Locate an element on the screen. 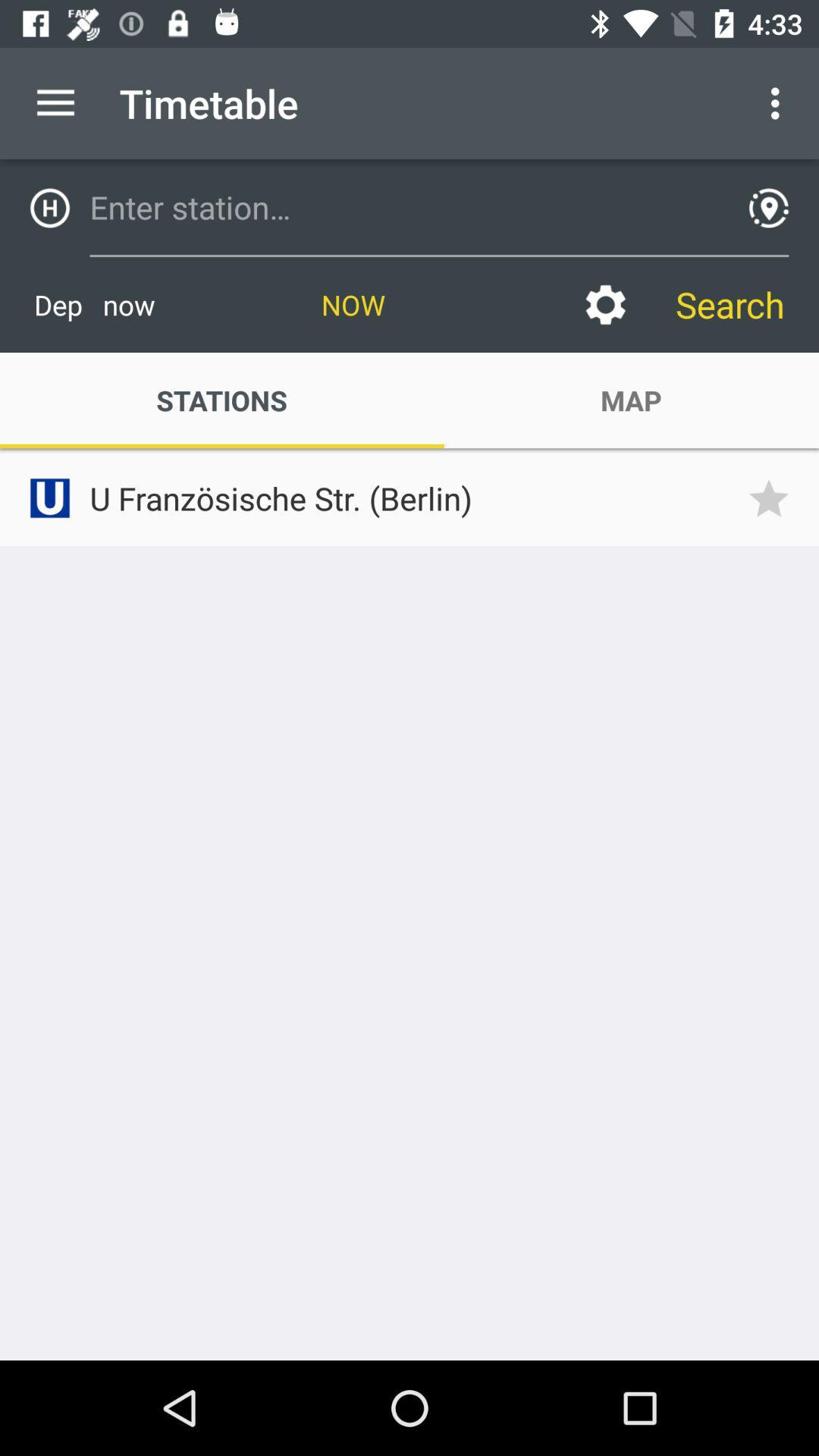 The height and width of the screenshot is (1456, 819). station is located at coordinates (403, 206).